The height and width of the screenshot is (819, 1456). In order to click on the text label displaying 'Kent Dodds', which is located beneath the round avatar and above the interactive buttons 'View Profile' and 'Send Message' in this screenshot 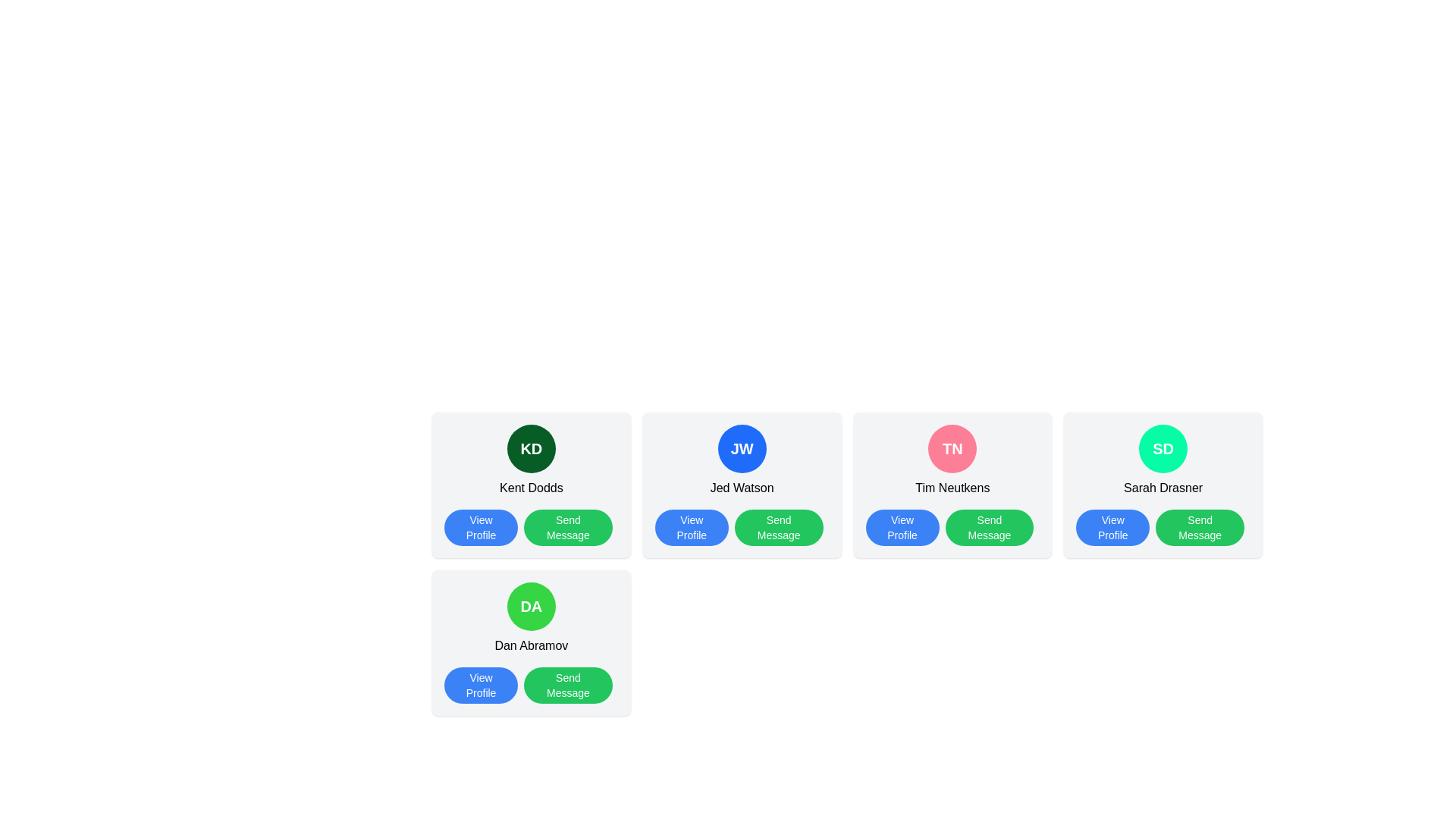, I will do `click(531, 488)`.